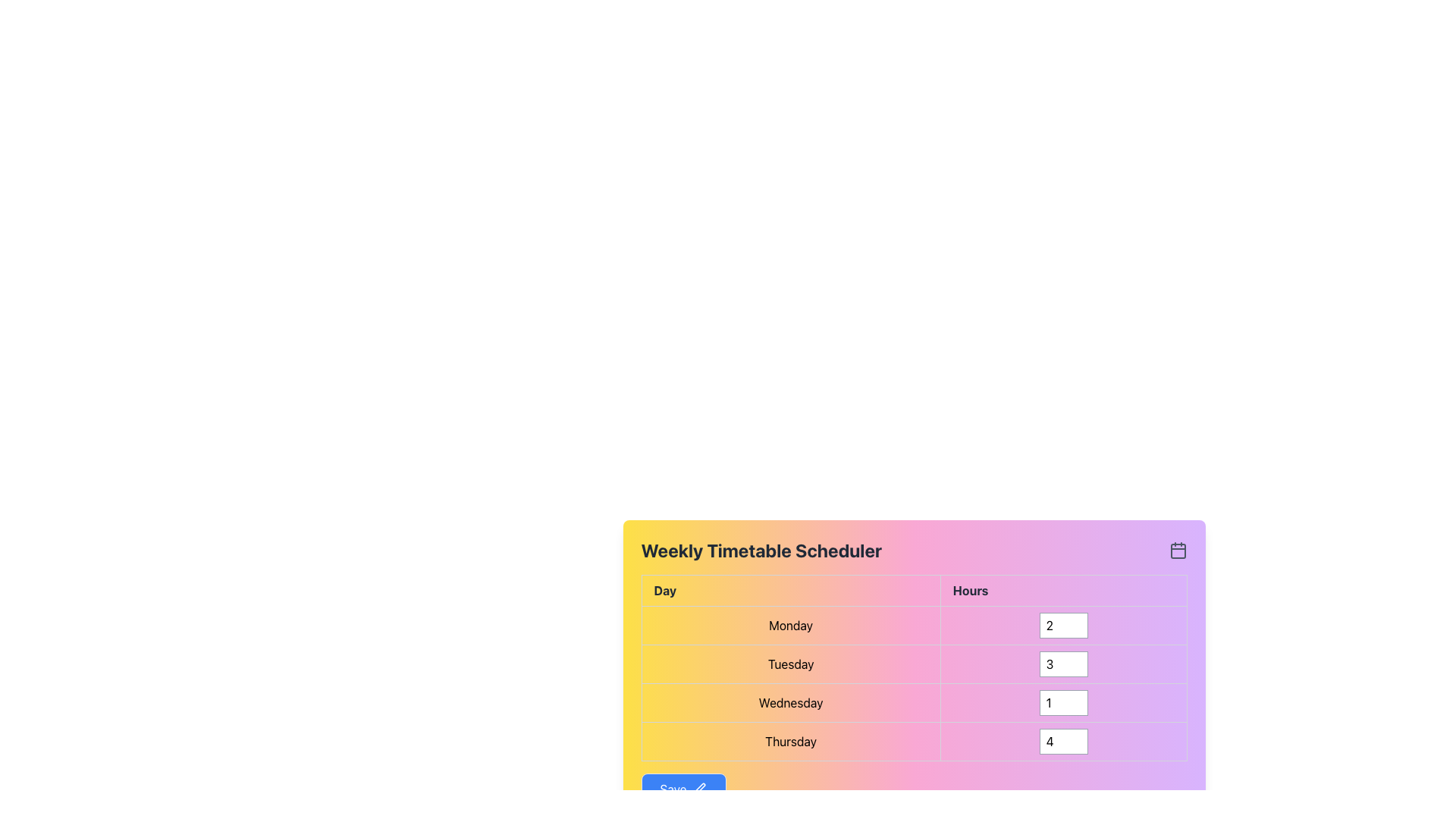  I want to click on the numerical input box displaying '4' located in the last row under the 'Hours' column of the weekly scheduler interface to focus it, so click(1062, 741).